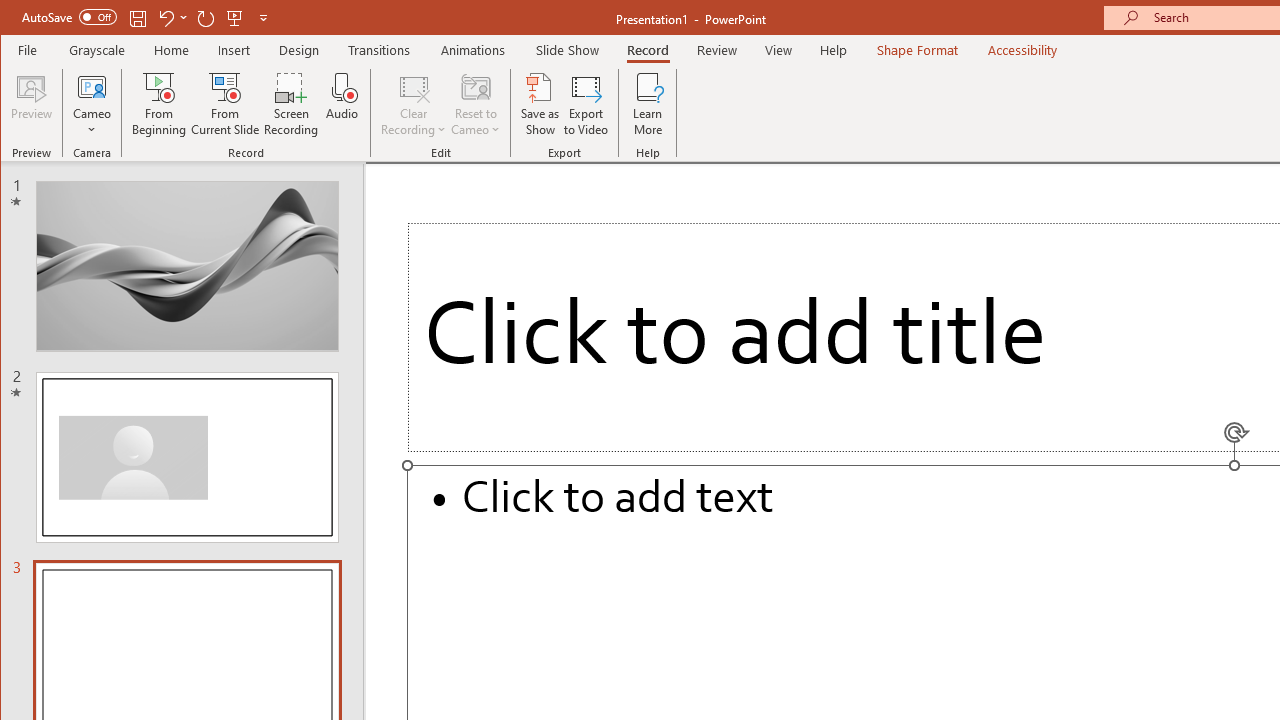 The width and height of the screenshot is (1280, 720). I want to click on 'Customize Quick Access Toolbar', so click(262, 17).